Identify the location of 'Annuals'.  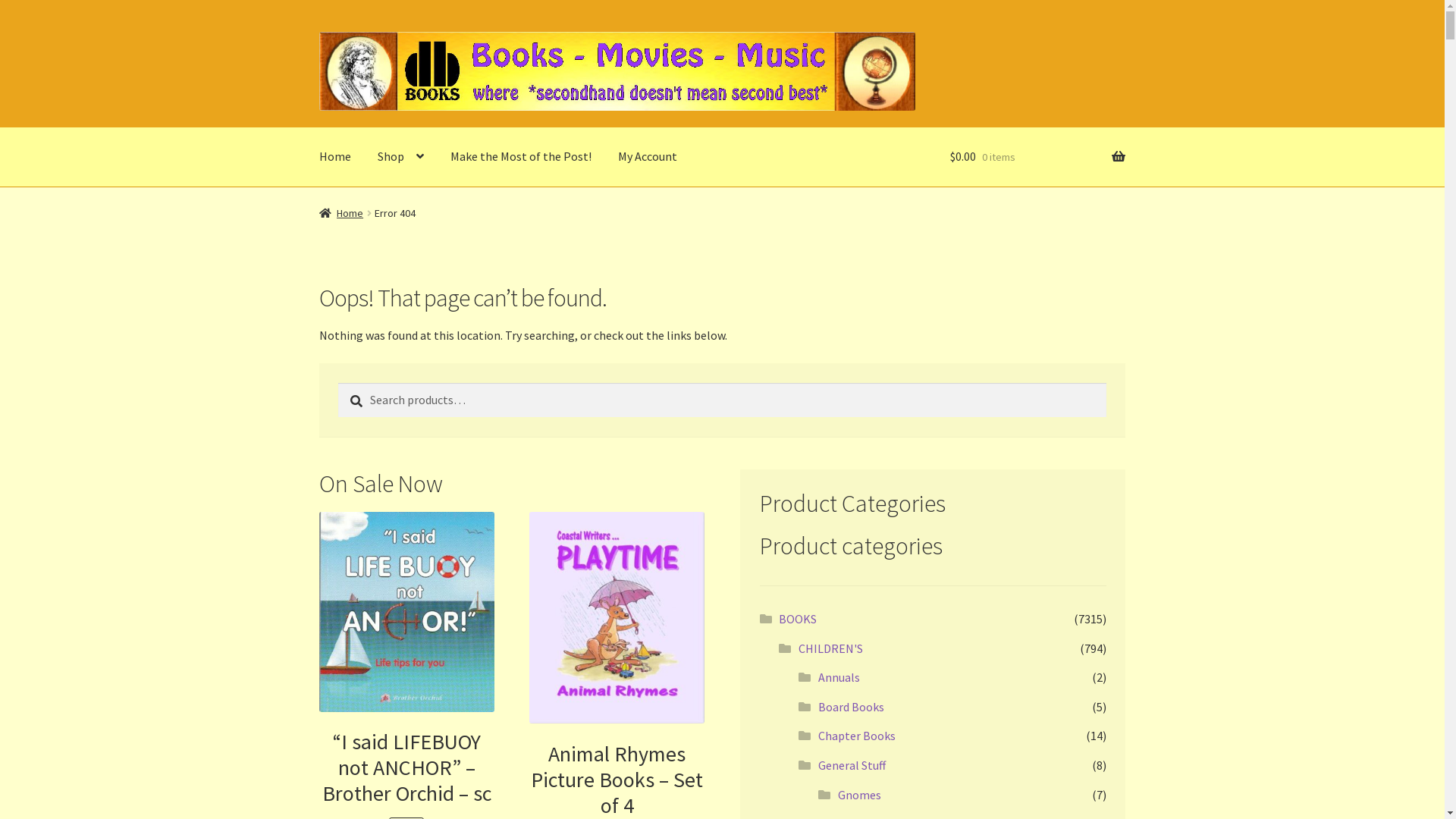
(838, 676).